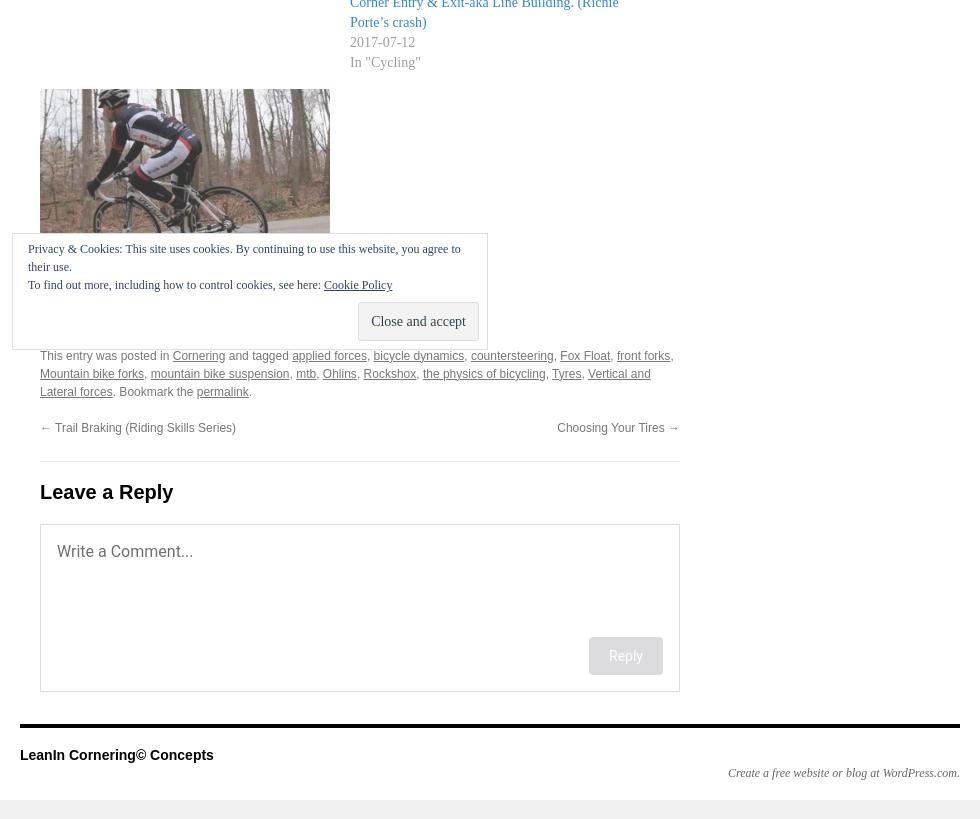  What do you see at coordinates (626, 655) in the screenshot?
I see `'Reply'` at bounding box center [626, 655].